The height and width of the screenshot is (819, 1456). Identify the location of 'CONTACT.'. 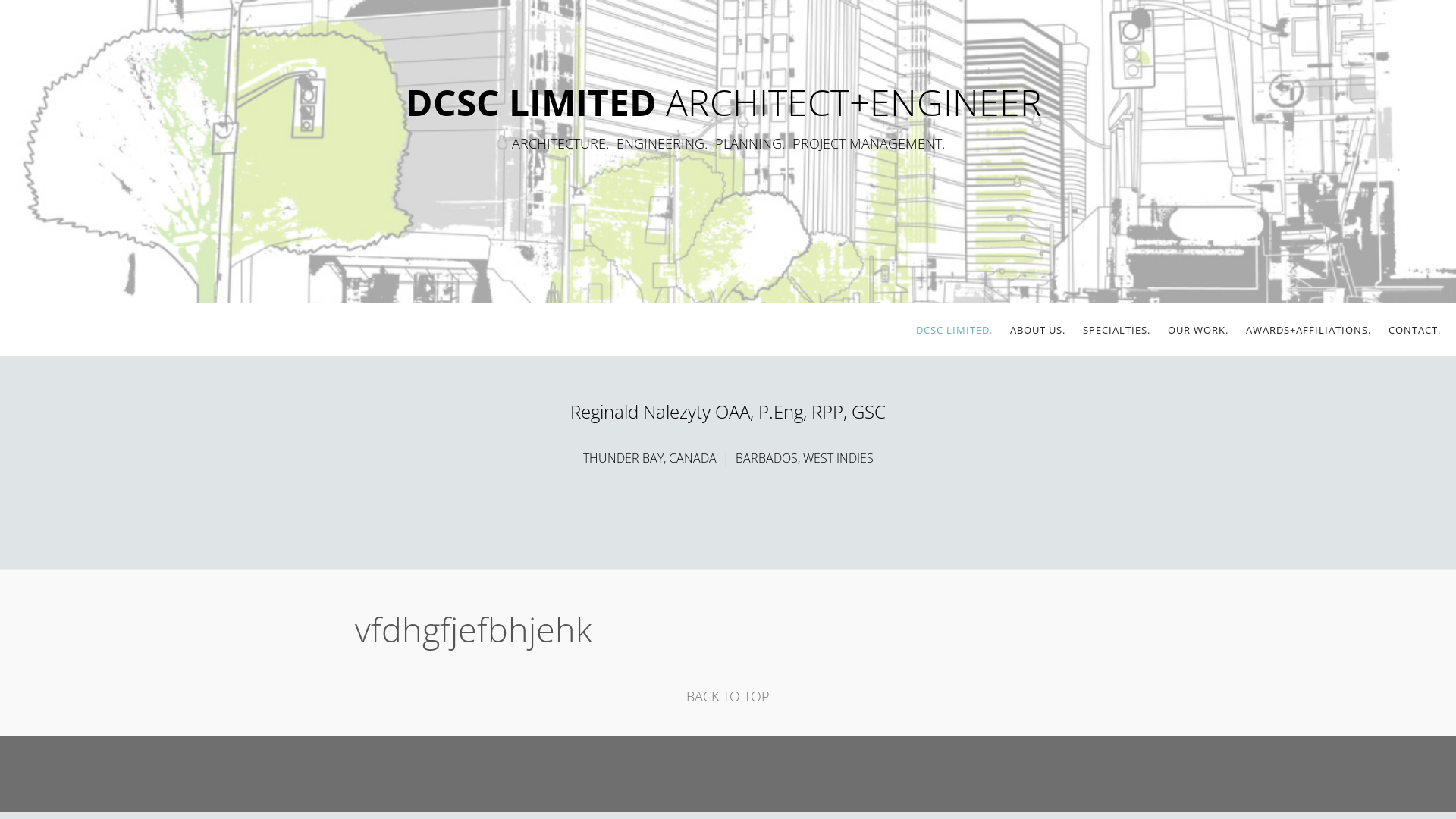
(1388, 329).